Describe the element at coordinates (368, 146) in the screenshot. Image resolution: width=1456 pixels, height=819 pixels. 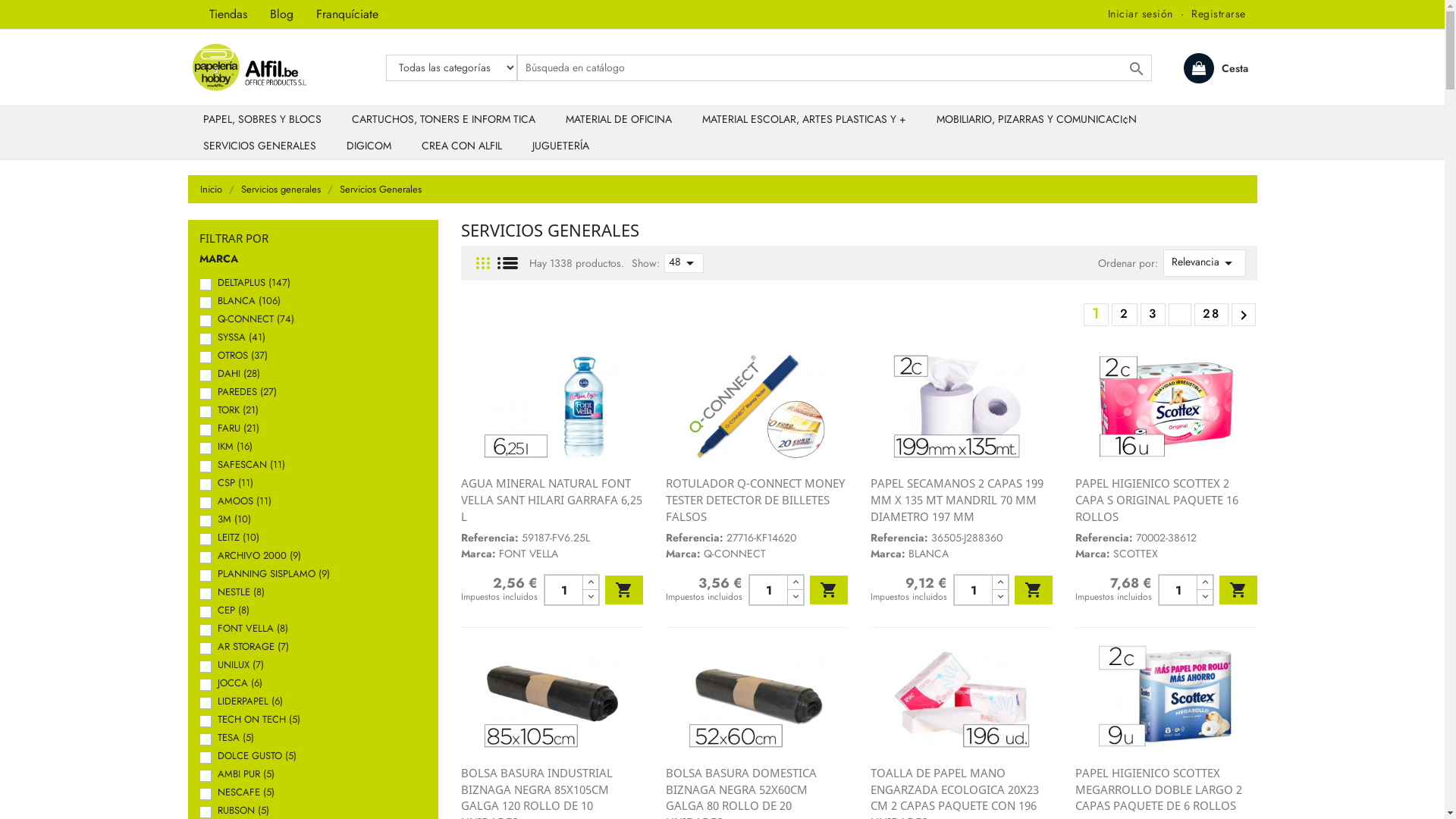
I see `'DIGICOM'` at that location.